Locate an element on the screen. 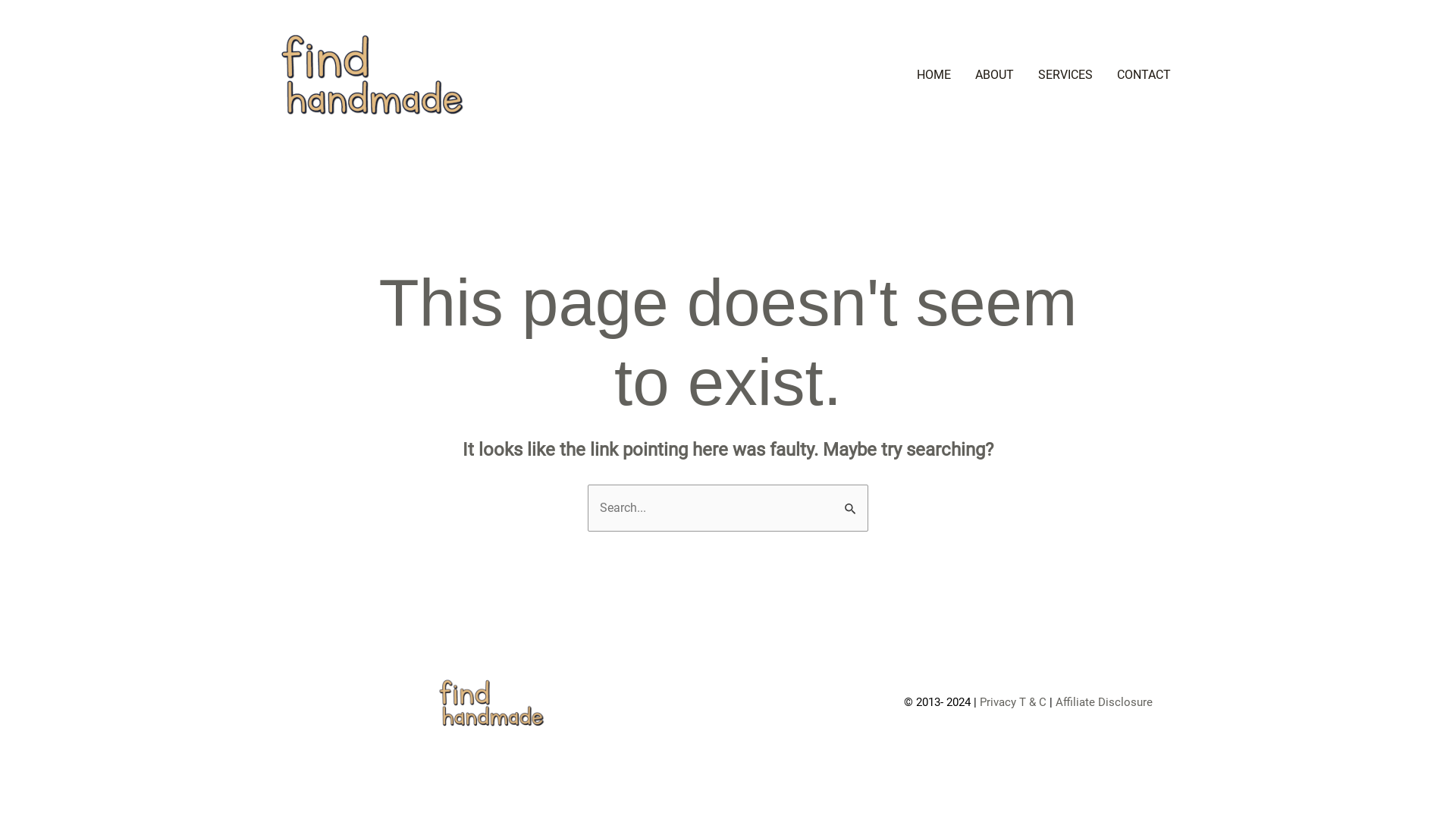  'Privacy T & C' is located at coordinates (1012, 701).